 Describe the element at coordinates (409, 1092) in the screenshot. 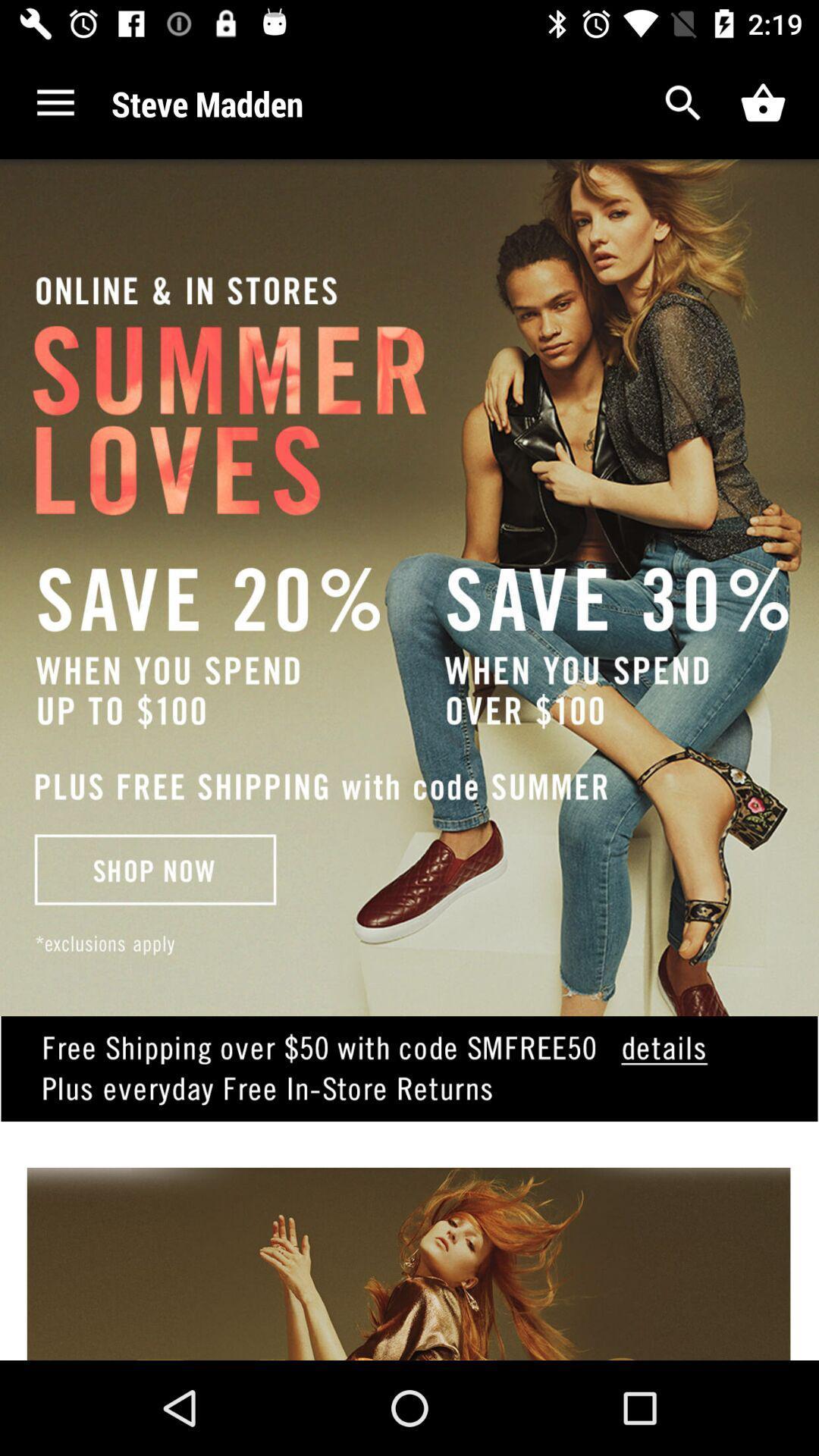

I see `details` at that location.